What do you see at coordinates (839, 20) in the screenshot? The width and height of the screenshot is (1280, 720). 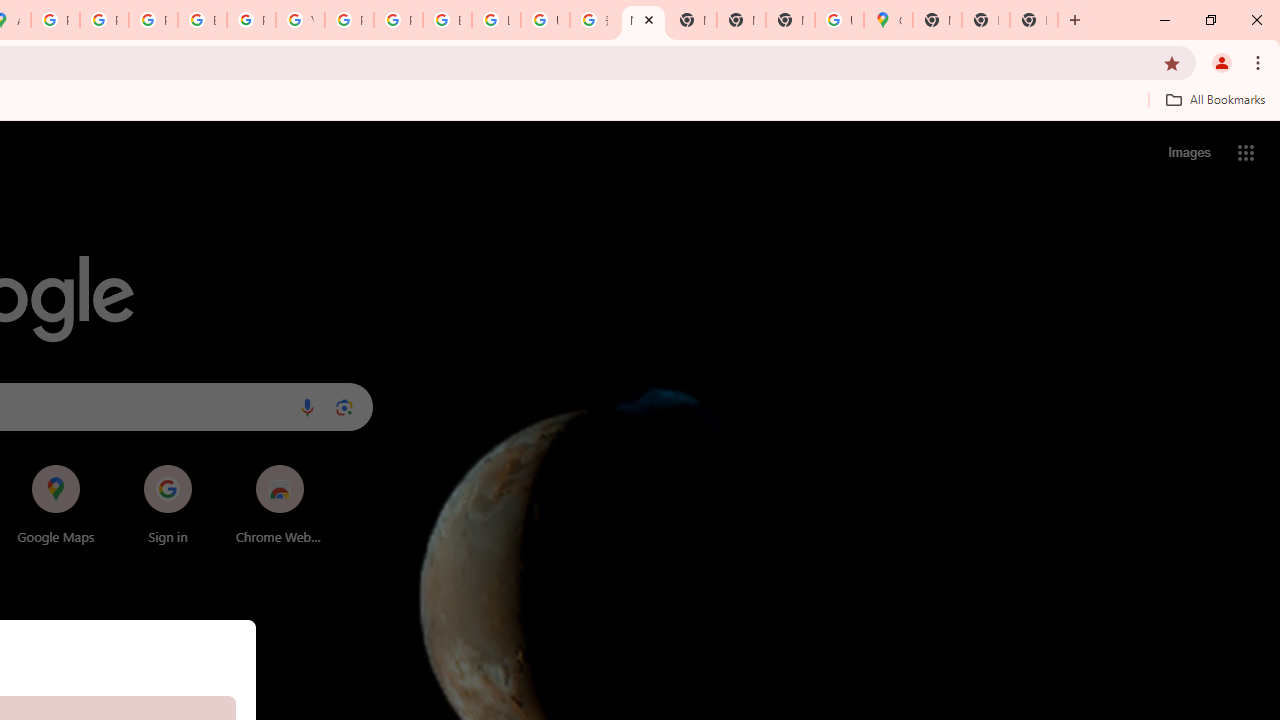 I see `'Use Google Maps in Space - Google Maps Help'` at bounding box center [839, 20].